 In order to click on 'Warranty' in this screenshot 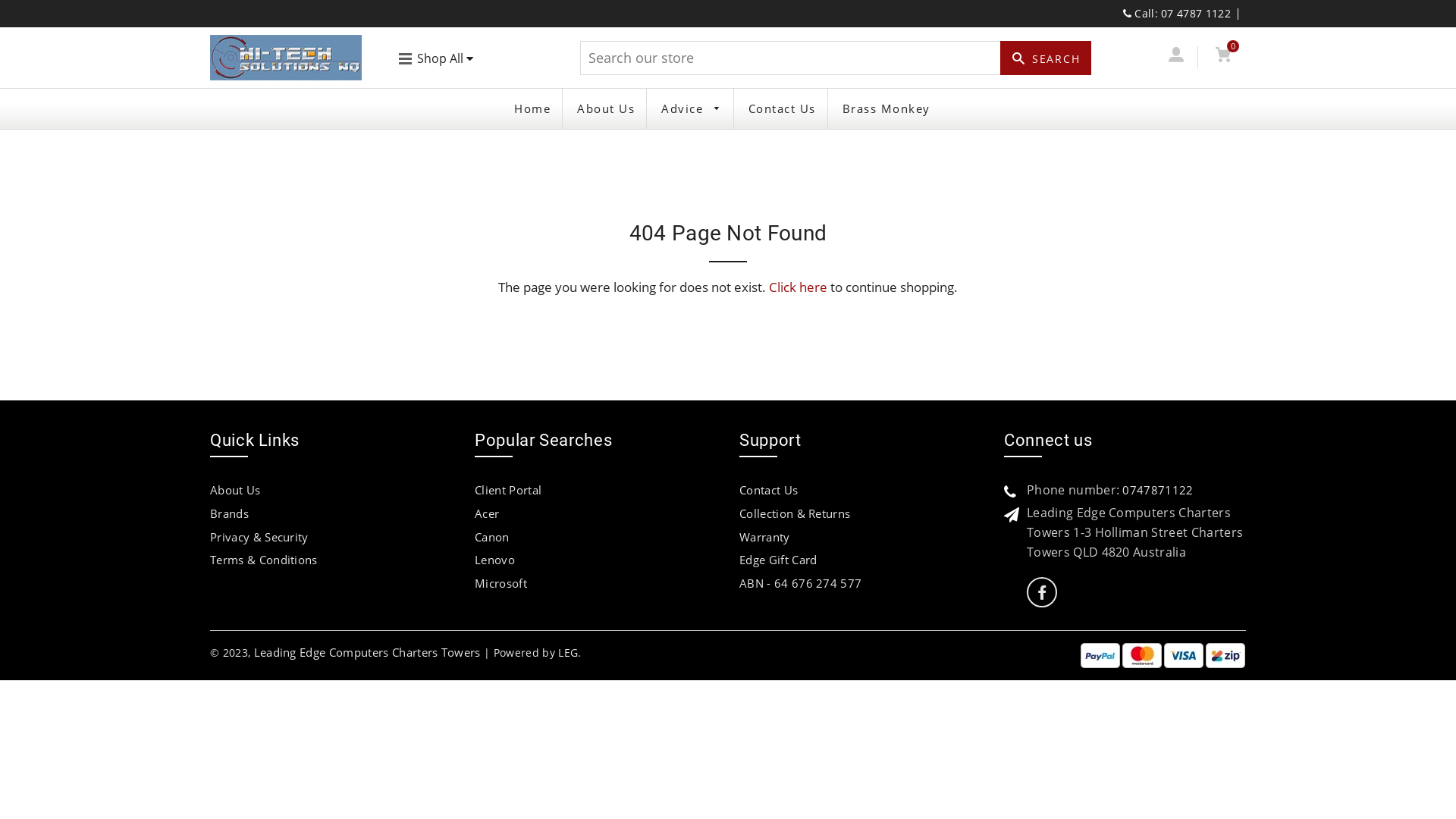, I will do `click(764, 536)`.